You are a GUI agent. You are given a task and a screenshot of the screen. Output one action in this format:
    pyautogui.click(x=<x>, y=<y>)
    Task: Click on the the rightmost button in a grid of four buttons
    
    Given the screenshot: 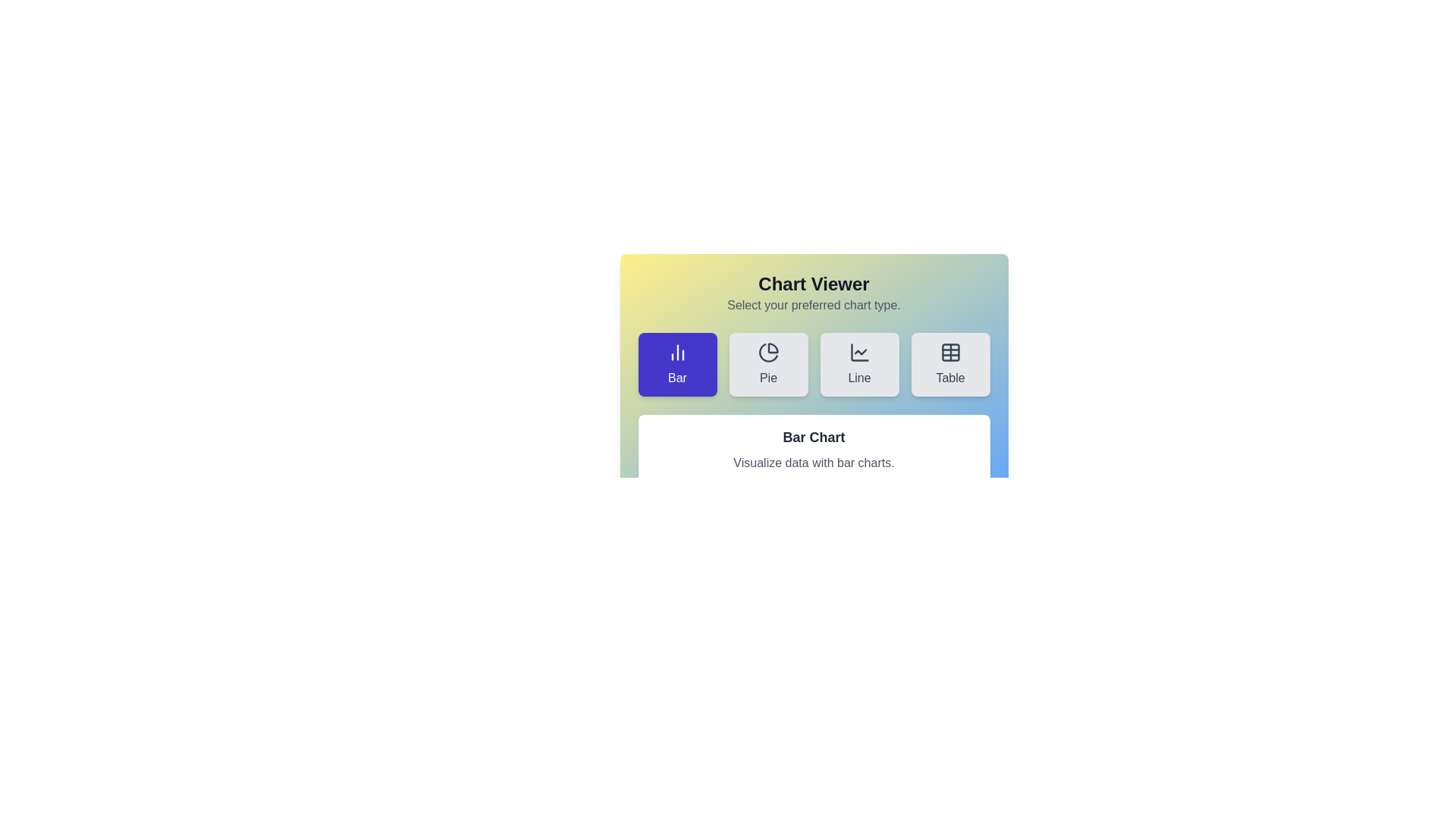 What is the action you would take?
    pyautogui.click(x=949, y=365)
    